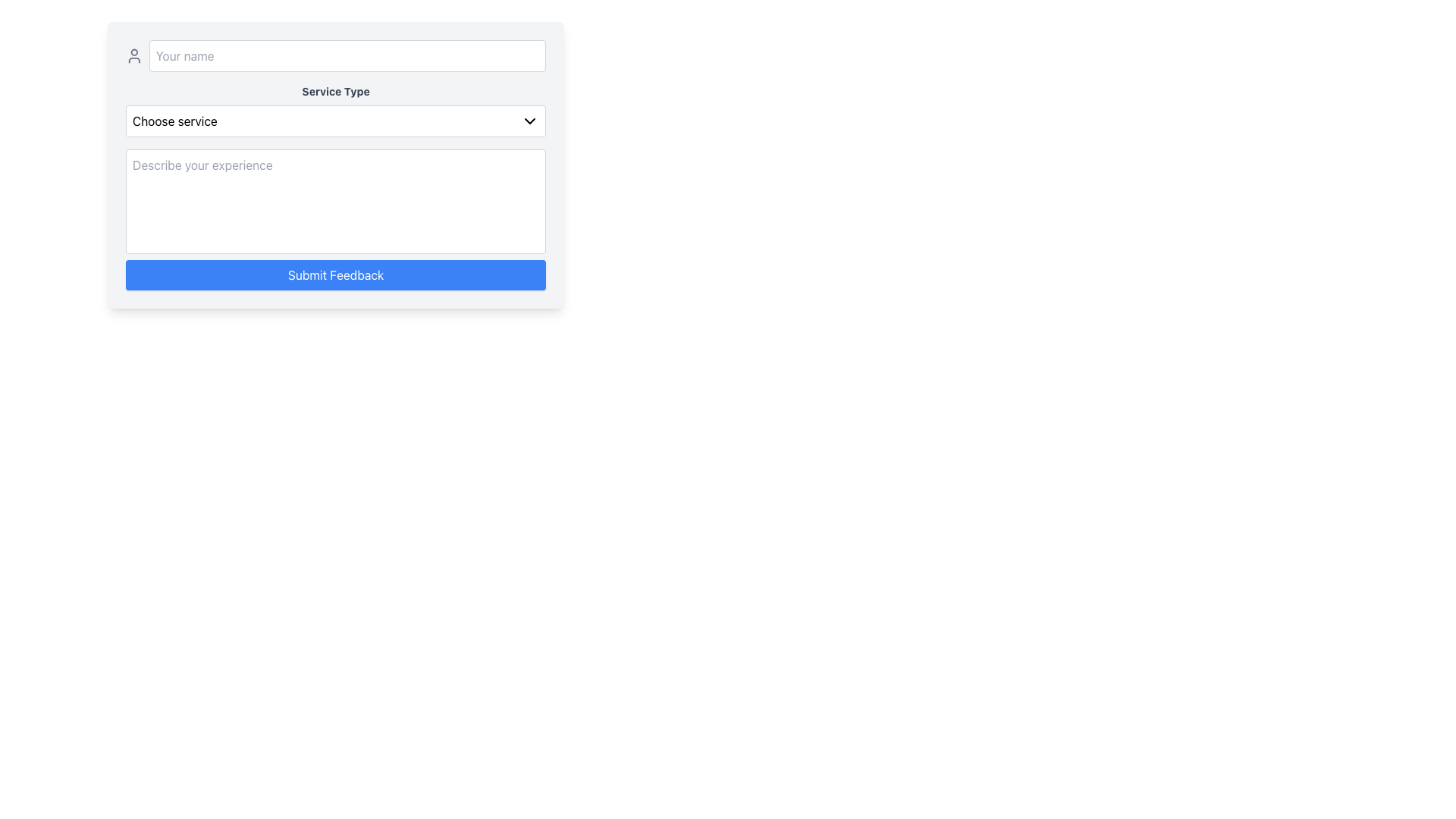  What do you see at coordinates (530, 120) in the screenshot?
I see `the downward-facing chevron icon inside the 'Choose service' dropdown menu` at bounding box center [530, 120].